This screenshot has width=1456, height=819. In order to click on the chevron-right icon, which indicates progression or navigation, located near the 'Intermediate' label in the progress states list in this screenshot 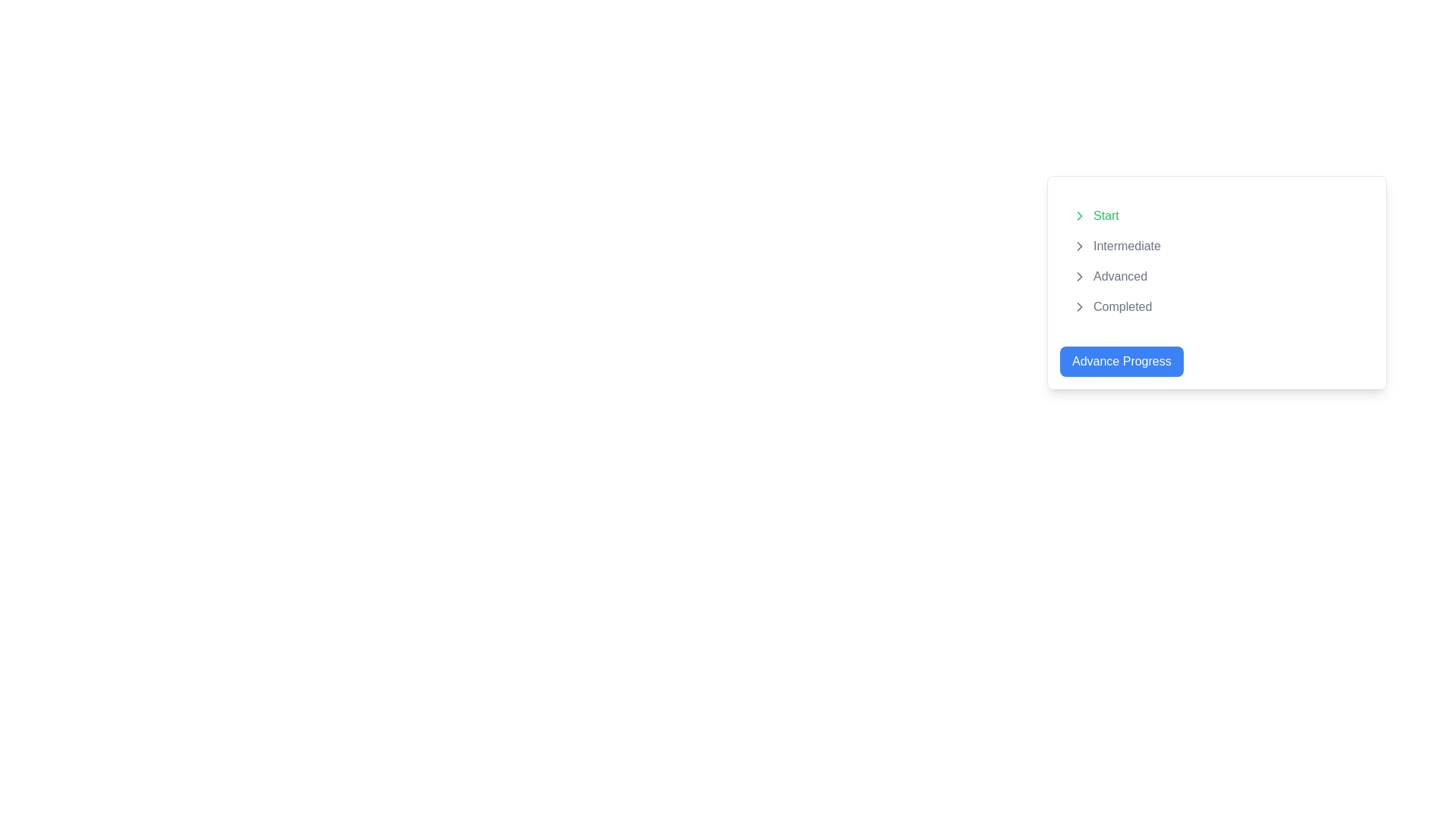, I will do `click(1079, 245)`.